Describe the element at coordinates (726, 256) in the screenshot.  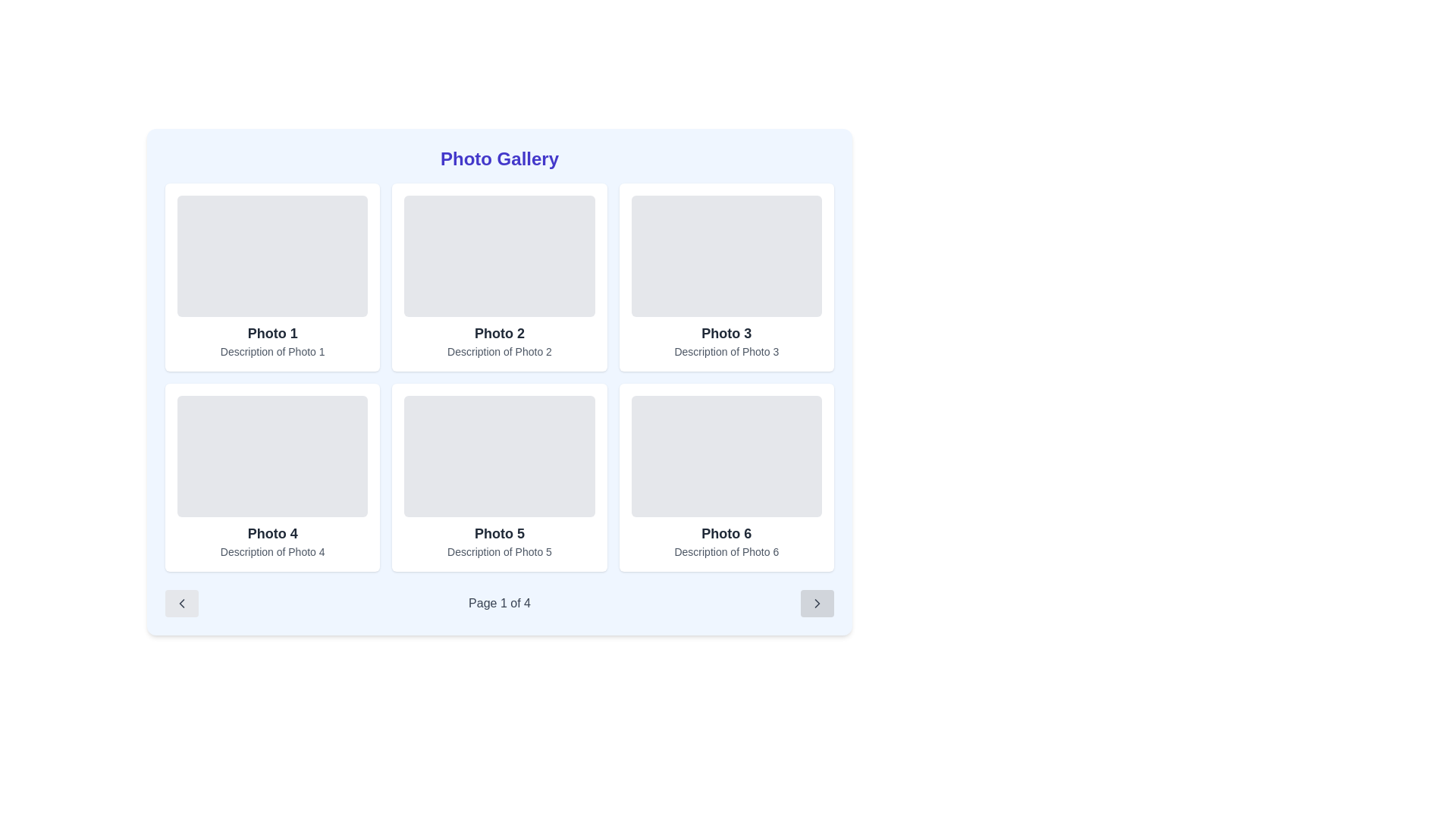
I see `the light gray rectangular placeholder with rounded corners located at the top portion of the card labeled 'Photo 3' in the grid layout` at that location.